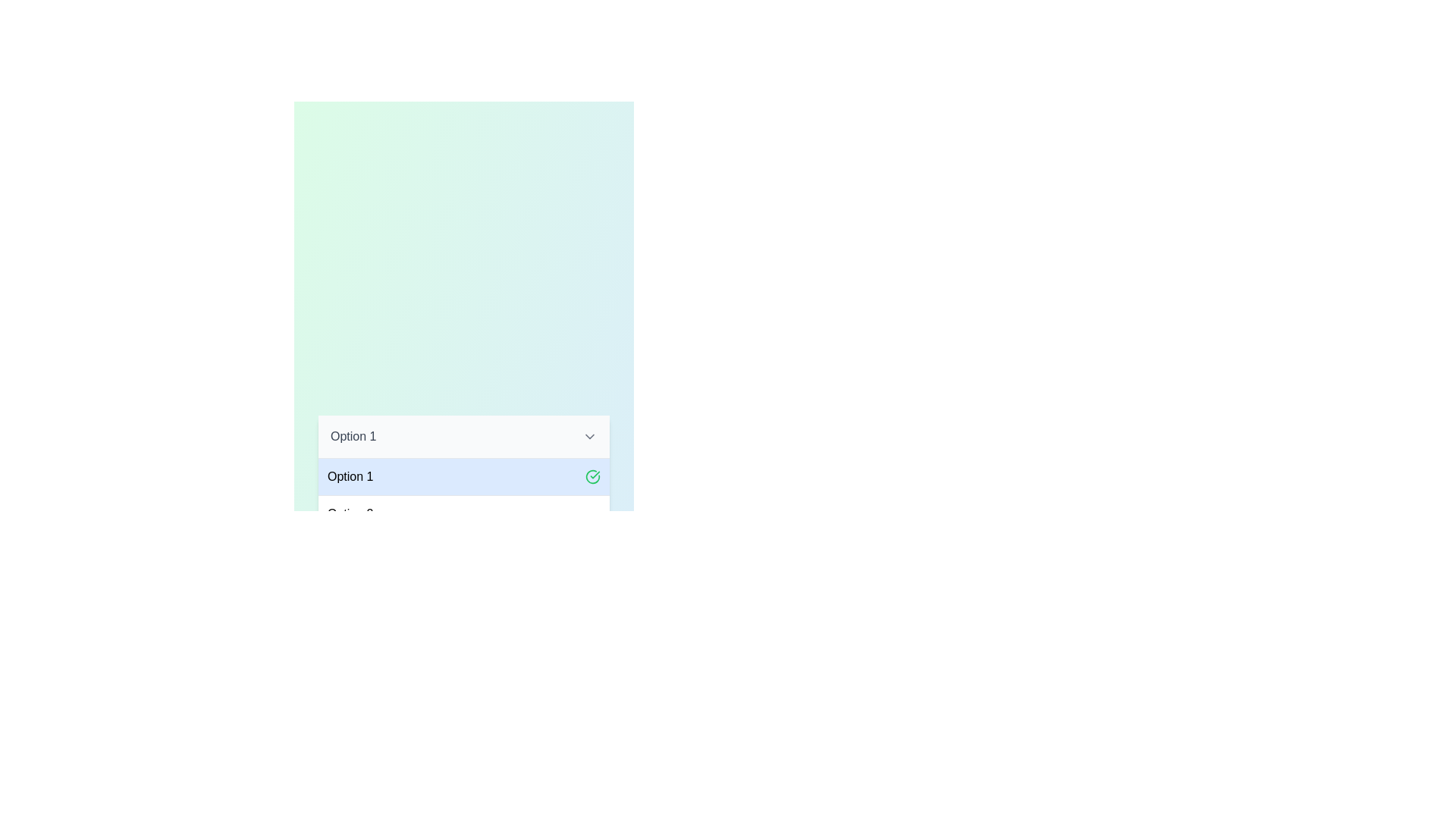  What do you see at coordinates (588, 436) in the screenshot?
I see `the dropdown toggle to toggle its visibility` at bounding box center [588, 436].